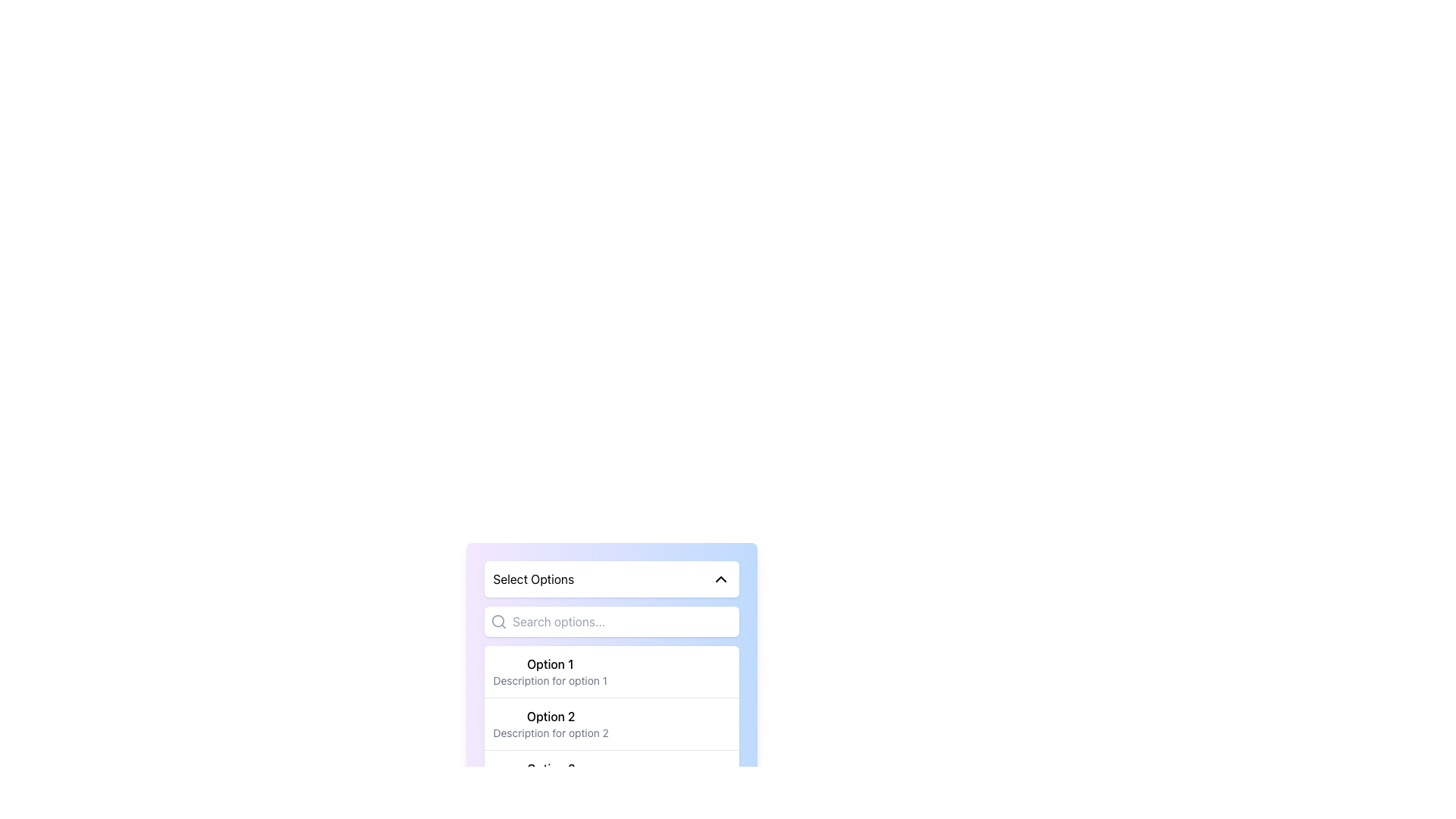 This screenshot has width=1456, height=819. Describe the element at coordinates (550, 733) in the screenshot. I see `the static text element that describes 'Option 2' in the dropdown menu, which is located directly below the bold text of 'Option 2'` at that location.